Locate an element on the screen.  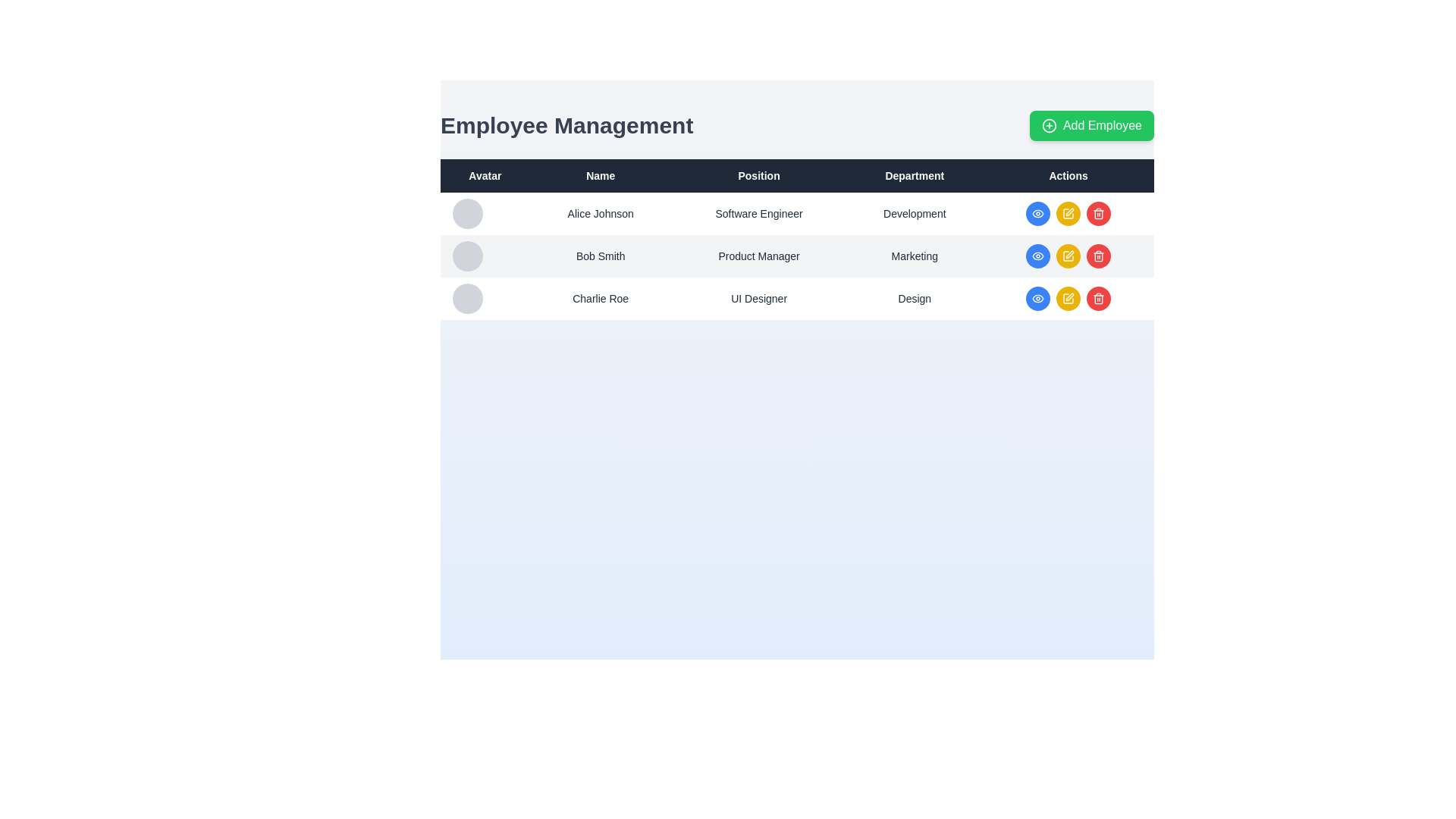
the editing icon in the 'Actions' column of the last row in the employee table is located at coordinates (1069, 297).